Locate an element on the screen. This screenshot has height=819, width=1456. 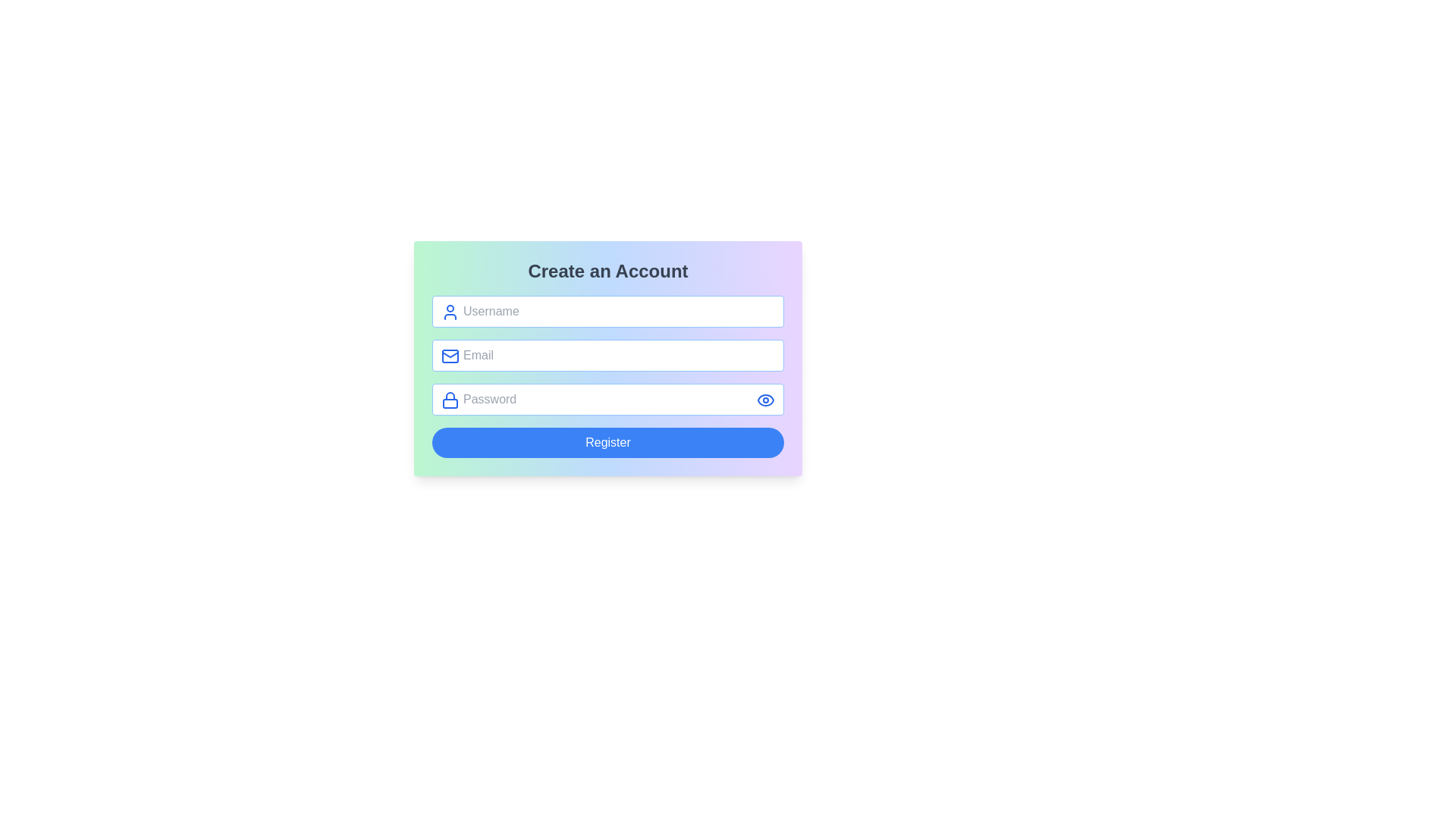
the email icon located in the top-left part of the email input field, which serves as a visual indicator for email address input is located at coordinates (450, 356).